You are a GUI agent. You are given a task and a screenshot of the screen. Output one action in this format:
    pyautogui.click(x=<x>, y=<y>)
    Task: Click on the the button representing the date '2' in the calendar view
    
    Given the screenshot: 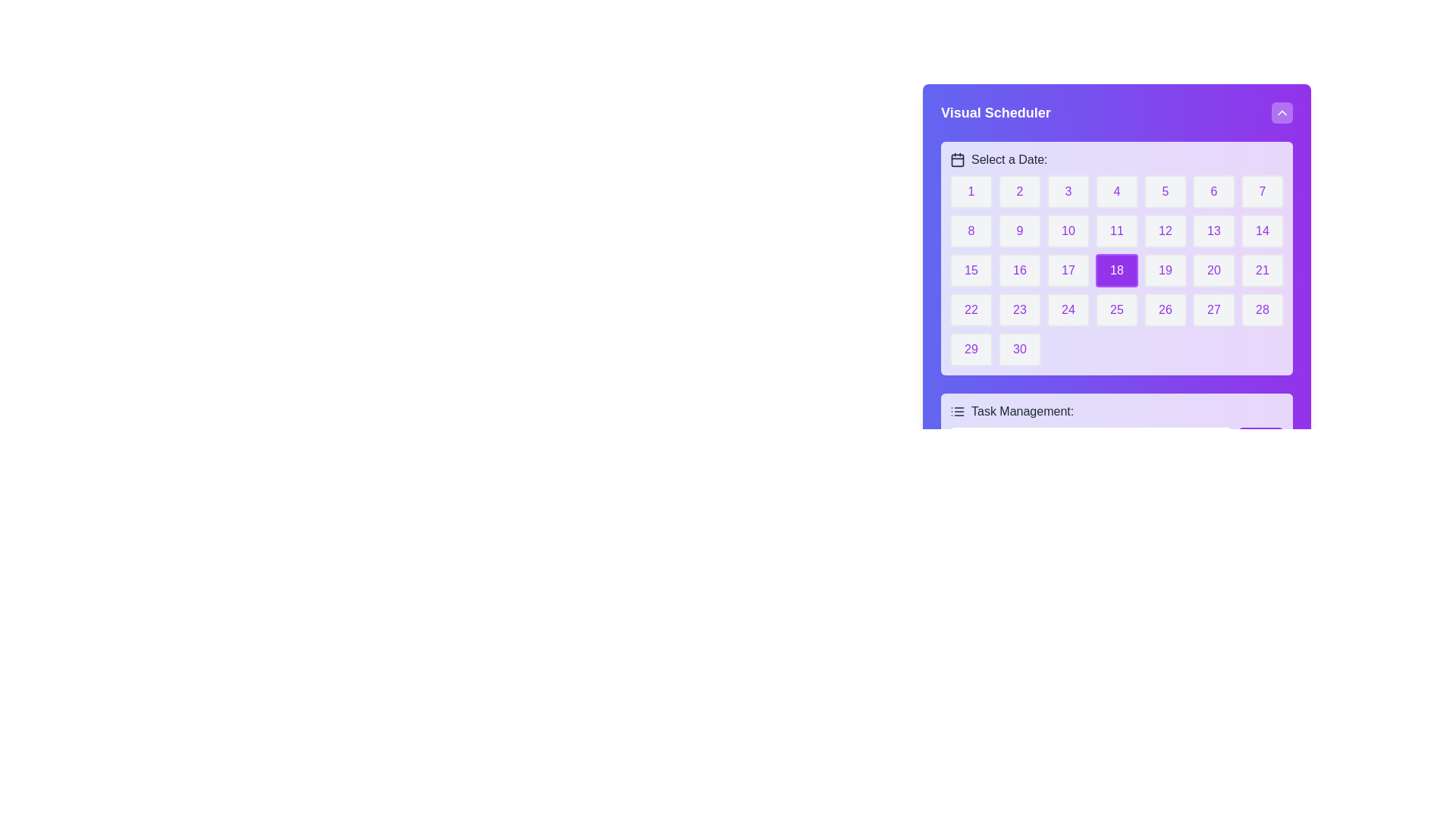 What is the action you would take?
    pyautogui.click(x=1019, y=191)
    